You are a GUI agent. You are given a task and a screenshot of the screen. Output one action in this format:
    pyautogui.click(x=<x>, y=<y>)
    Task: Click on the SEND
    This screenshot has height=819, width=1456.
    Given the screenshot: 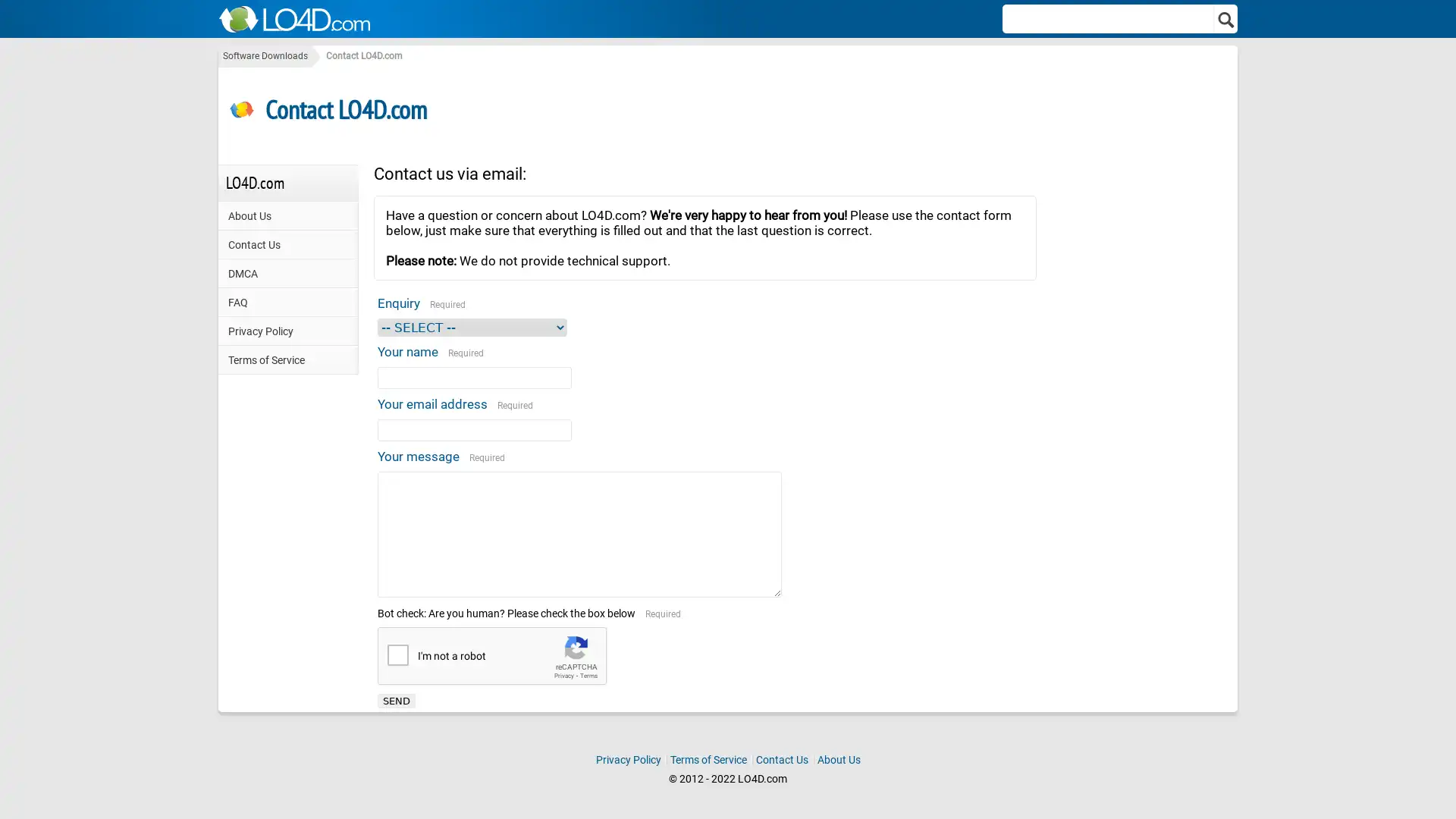 What is the action you would take?
    pyautogui.click(x=397, y=700)
    